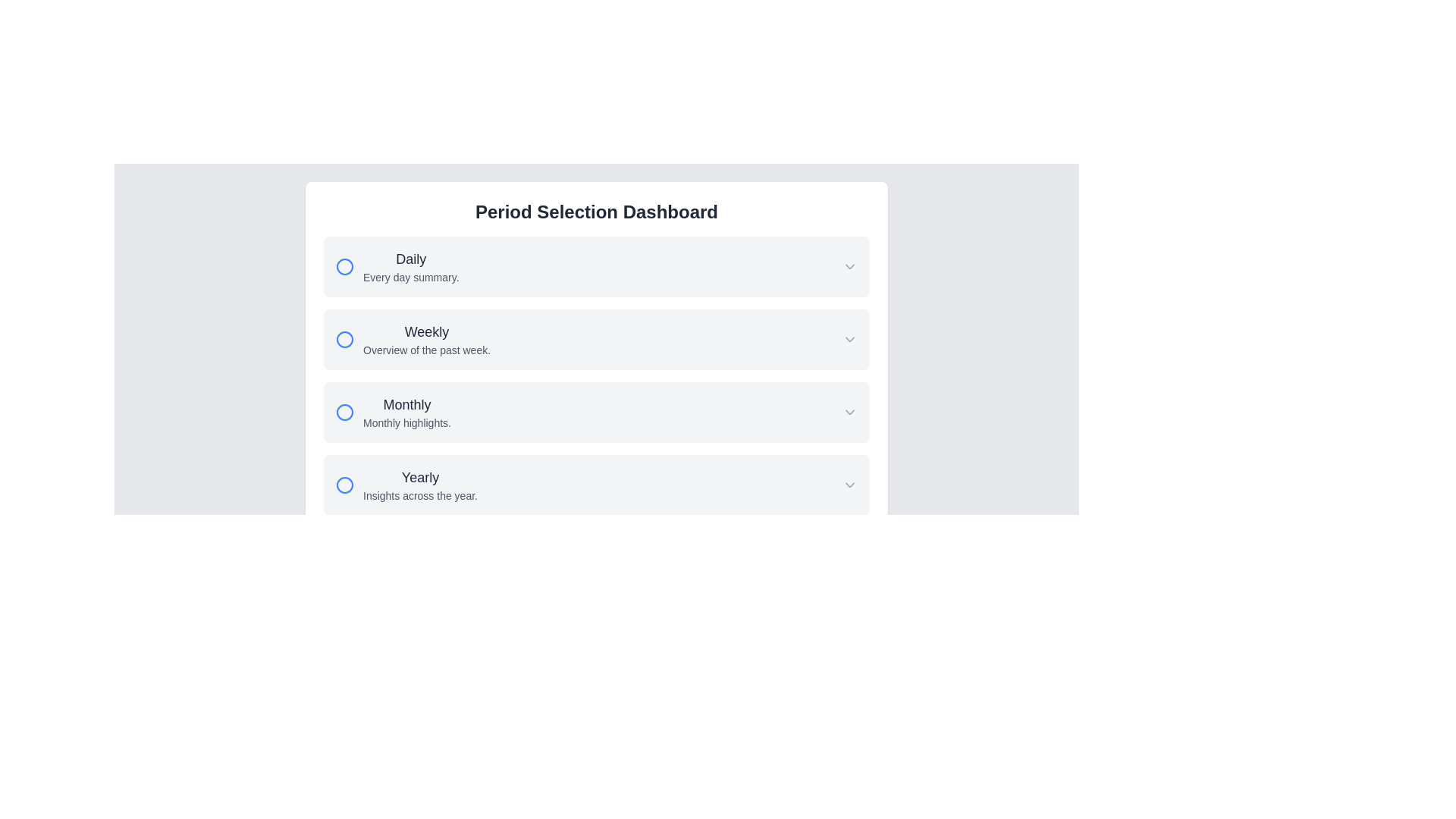 Image resolution: width=1456 pixels, height=819 pixels. What do you see at coordinates (411, 265) in the screenshot?
I see `the 'Daily' Text Label which describes the corresponding summary period option in the Period Selection Dashboard` at bounding box center [411, 265].